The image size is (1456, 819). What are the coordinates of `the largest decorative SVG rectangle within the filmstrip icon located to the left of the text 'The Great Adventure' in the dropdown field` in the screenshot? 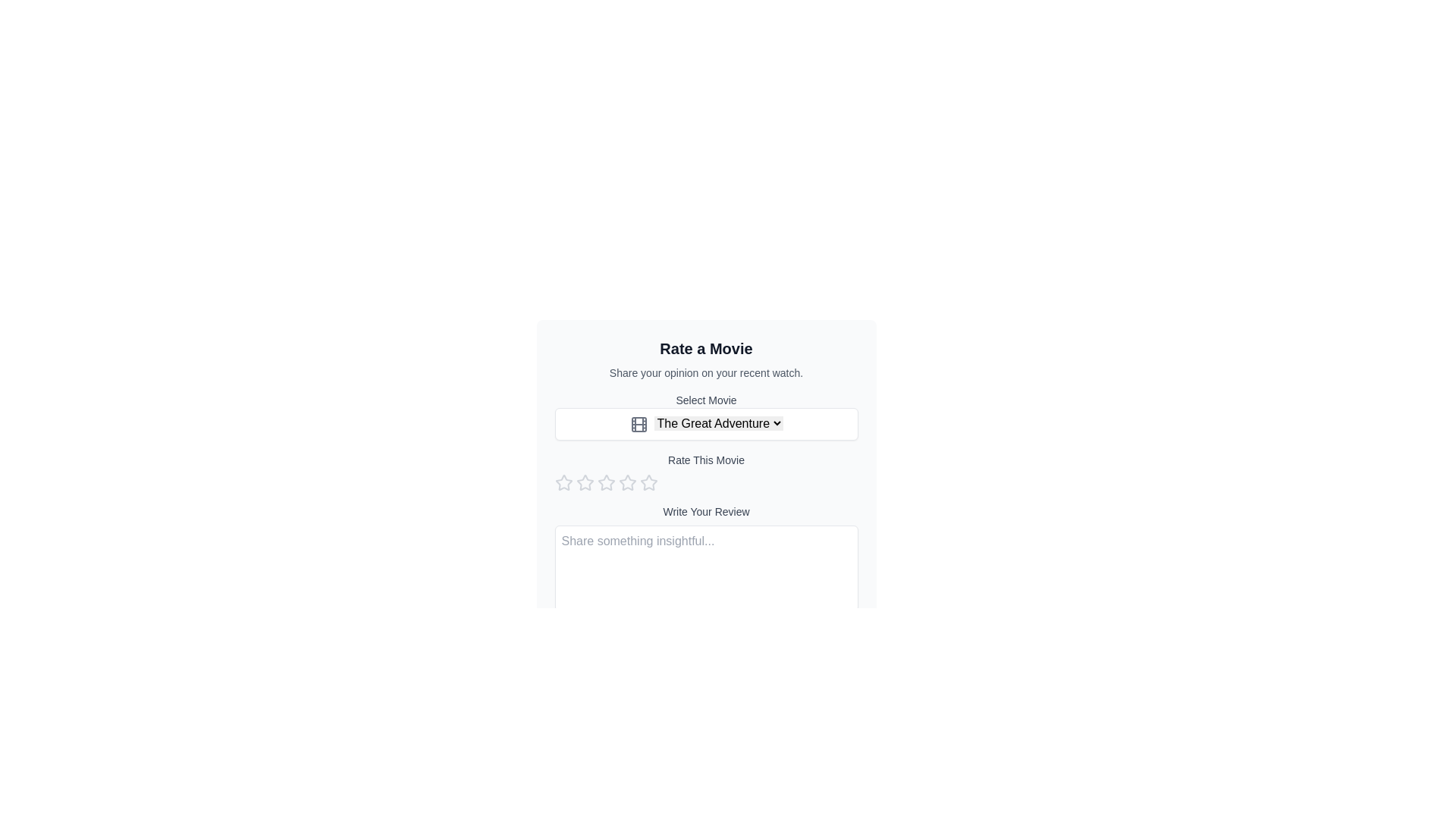 It's located at (639, 424).